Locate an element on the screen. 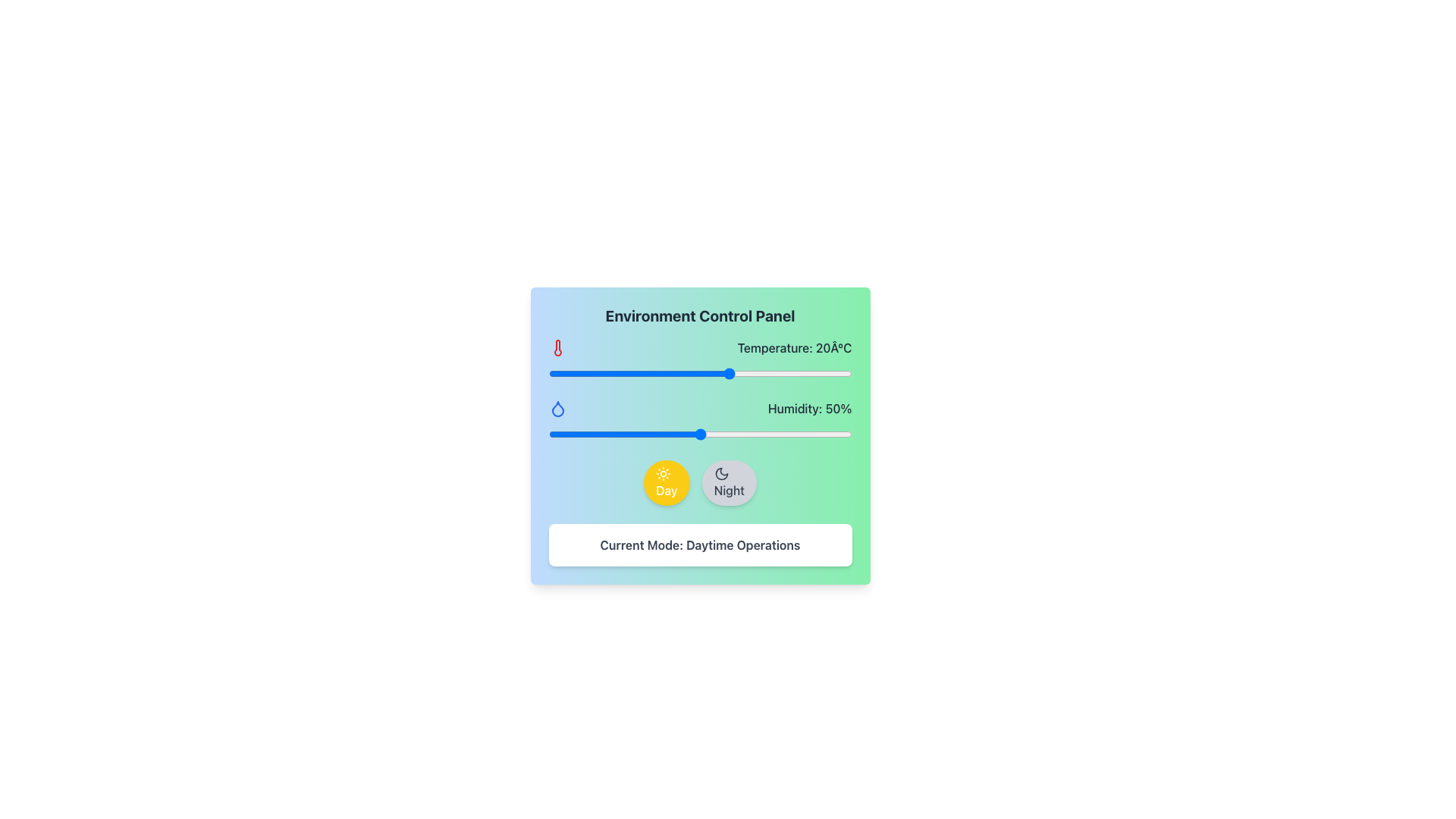  the 'Night' toggle button, which is the gray button with dark text located to the right of the 'Day' button in the toggle switch group is located at coordinates (699, 482).